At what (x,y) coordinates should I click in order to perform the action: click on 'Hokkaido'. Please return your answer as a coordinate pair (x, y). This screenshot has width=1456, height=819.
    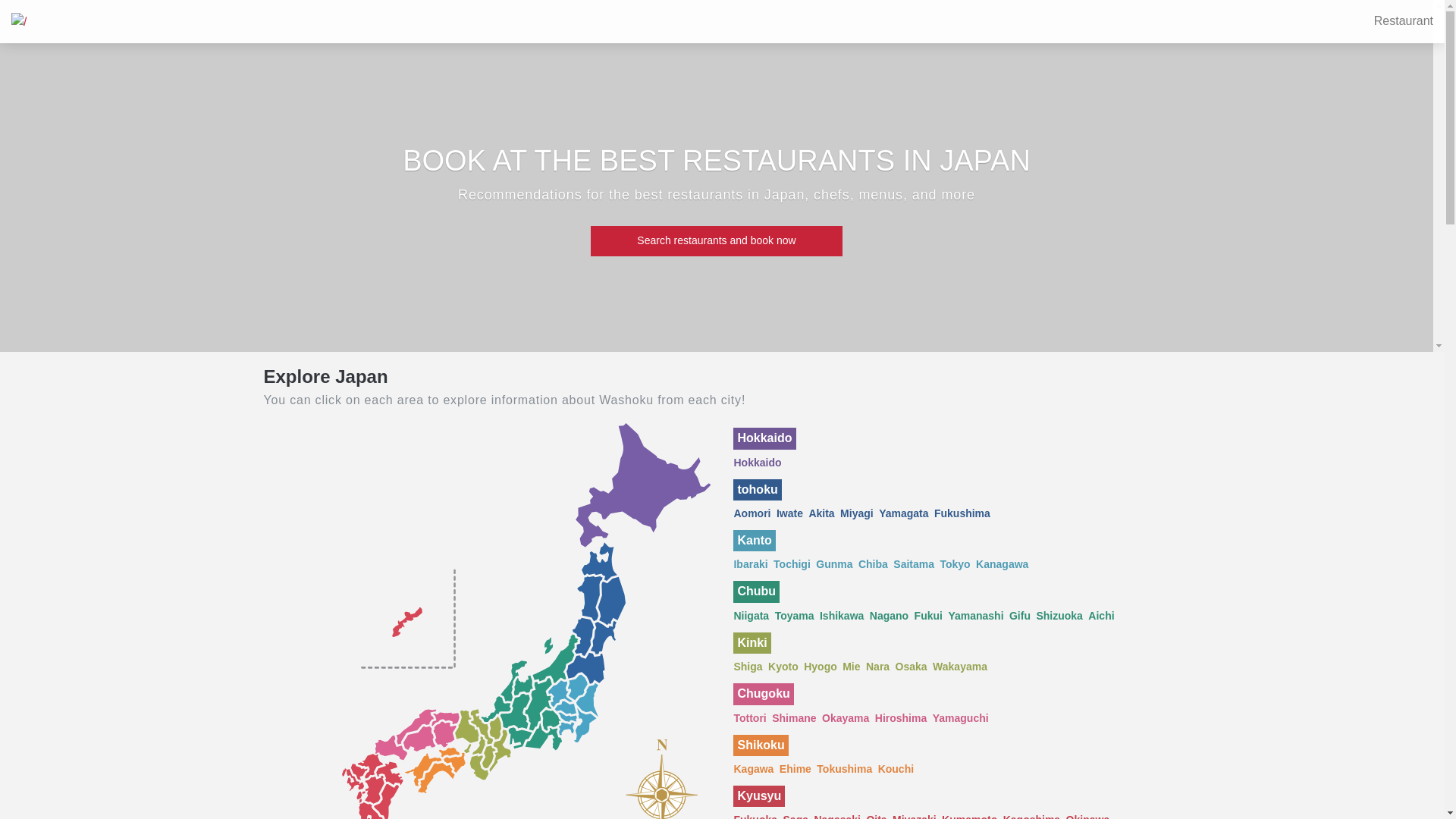
    Looking at the image, I should click on (757, 462).